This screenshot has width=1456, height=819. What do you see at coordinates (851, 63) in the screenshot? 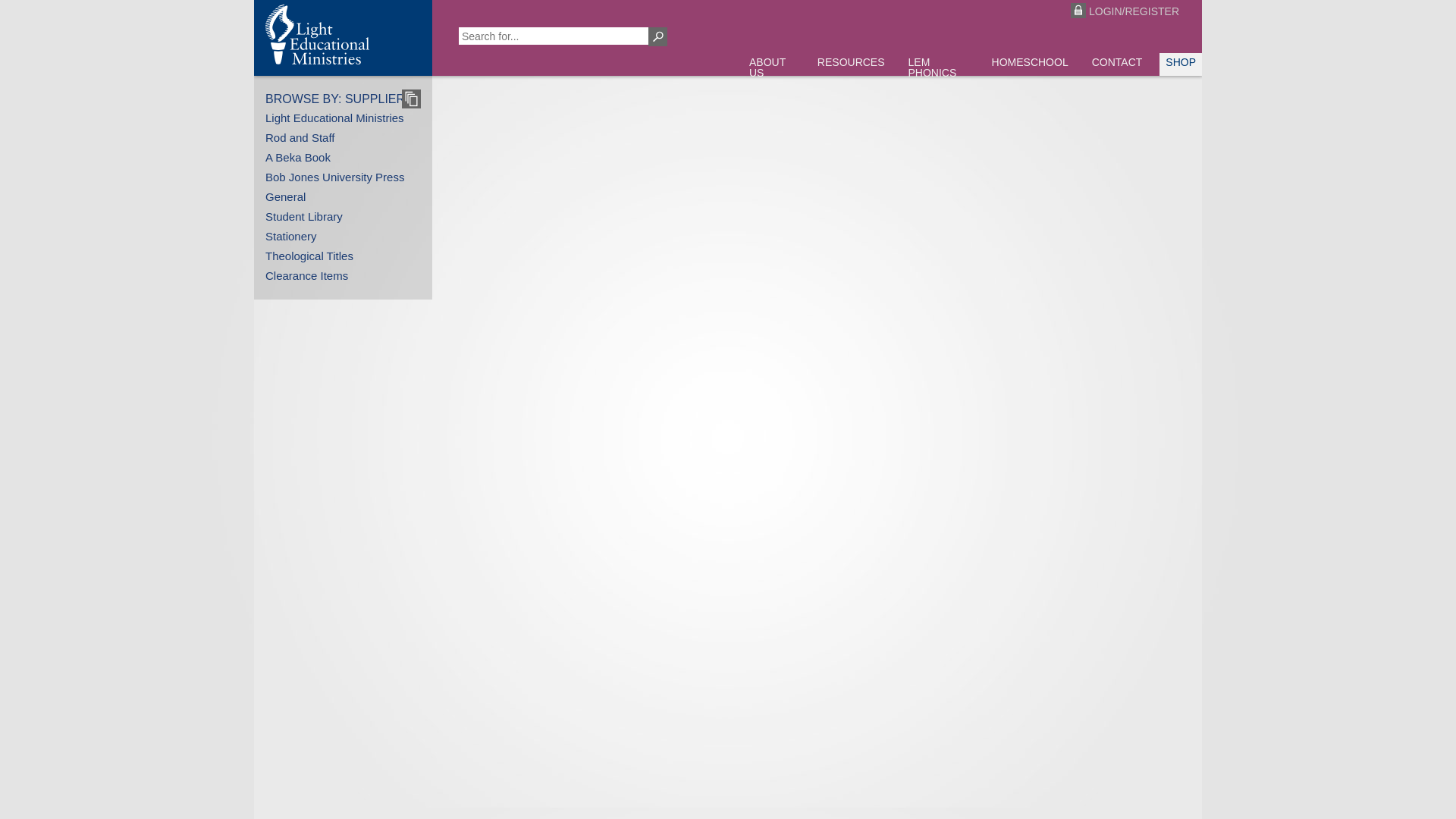
I see `'RESOURCES'` at bounding box center [851, 63].